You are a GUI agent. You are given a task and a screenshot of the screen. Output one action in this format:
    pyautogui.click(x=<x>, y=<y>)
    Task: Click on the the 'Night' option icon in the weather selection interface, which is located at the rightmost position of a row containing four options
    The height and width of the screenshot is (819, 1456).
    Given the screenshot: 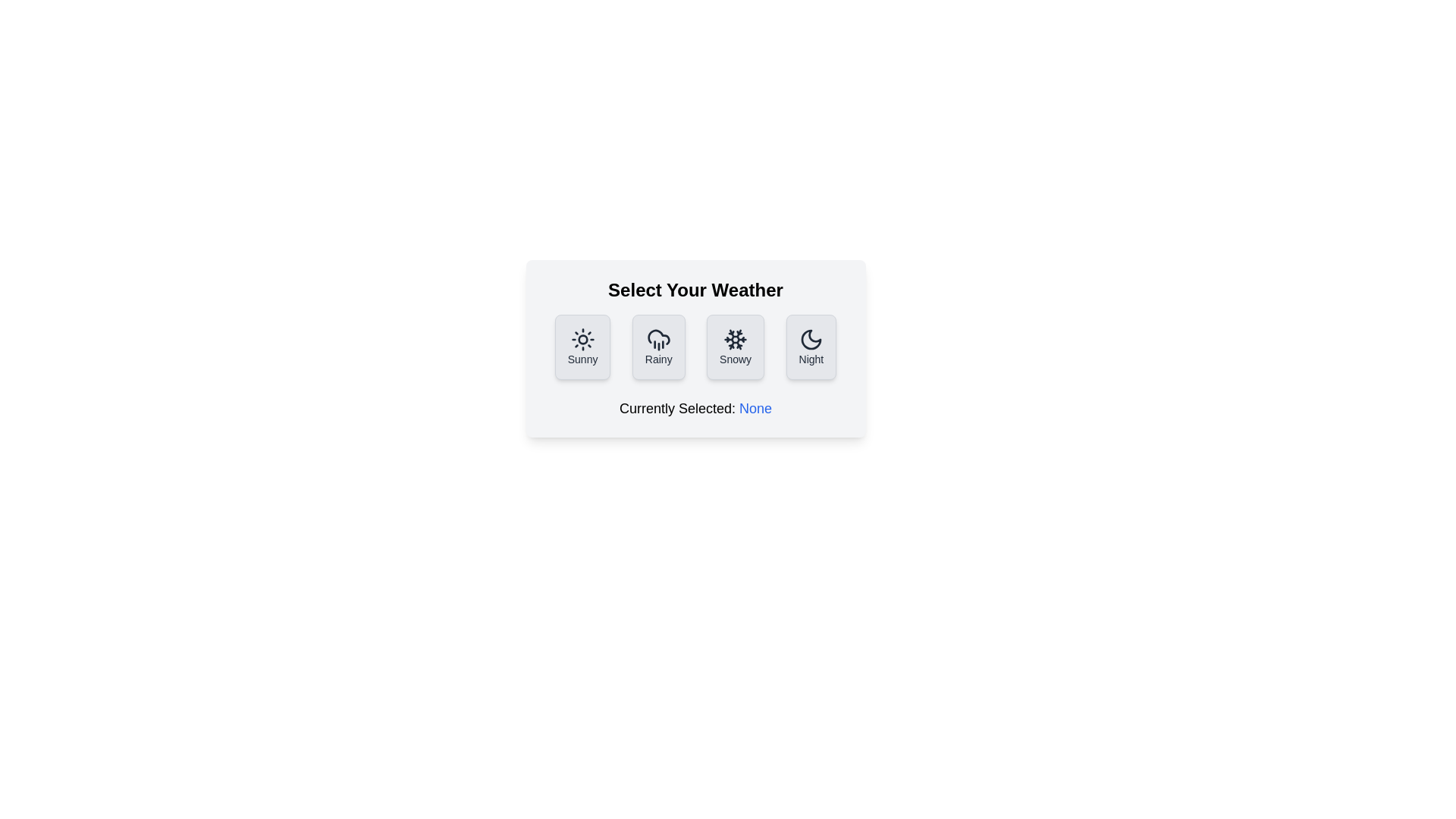 What is the action you would take?
    pyautogui.click(x=810, y=338)
    